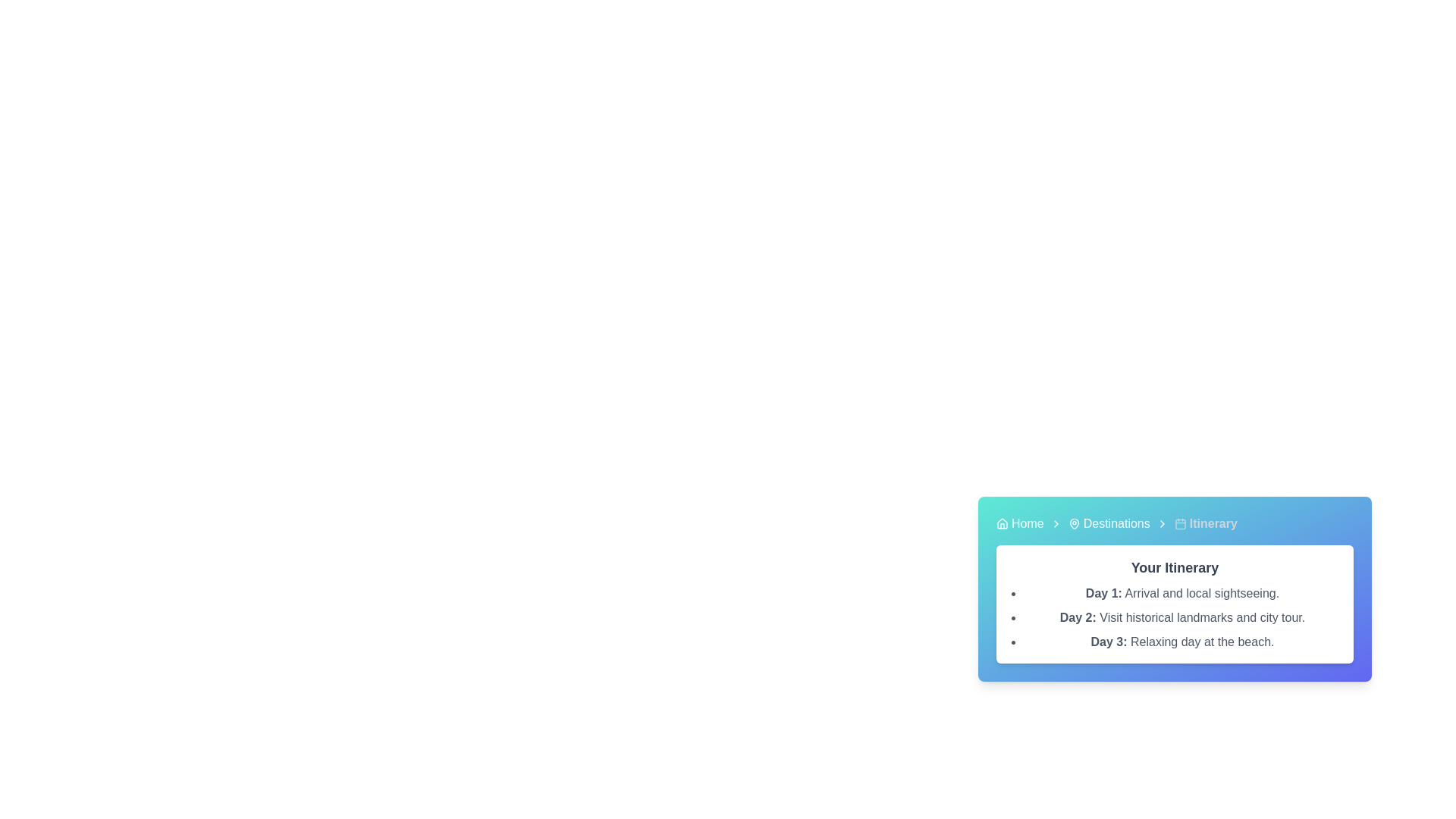 The image size is (1456, 819). What do you see at coordinates (1181, 593) in the screenshot?
I see `the first itinerary detail under the section heading 'Your Itinerary' which describes the arrival and local sightseeing activities for the first day` at bounding box center [1181, 593].